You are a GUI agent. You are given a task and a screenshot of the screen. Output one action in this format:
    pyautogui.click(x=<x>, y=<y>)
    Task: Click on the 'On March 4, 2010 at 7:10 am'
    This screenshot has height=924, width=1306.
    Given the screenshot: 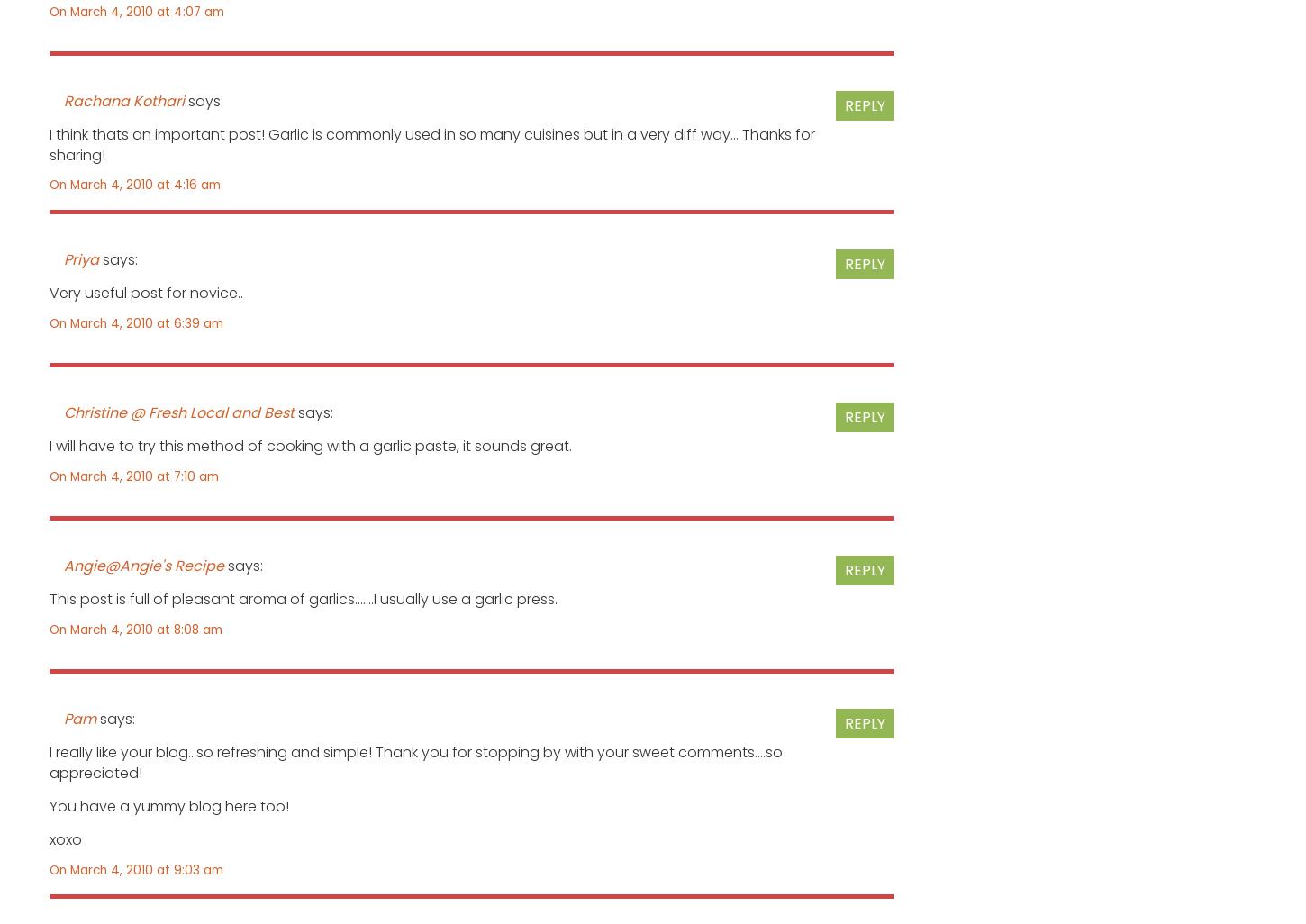 What is the action you would take?
    pyautogui.click(x=133, y=476)
    